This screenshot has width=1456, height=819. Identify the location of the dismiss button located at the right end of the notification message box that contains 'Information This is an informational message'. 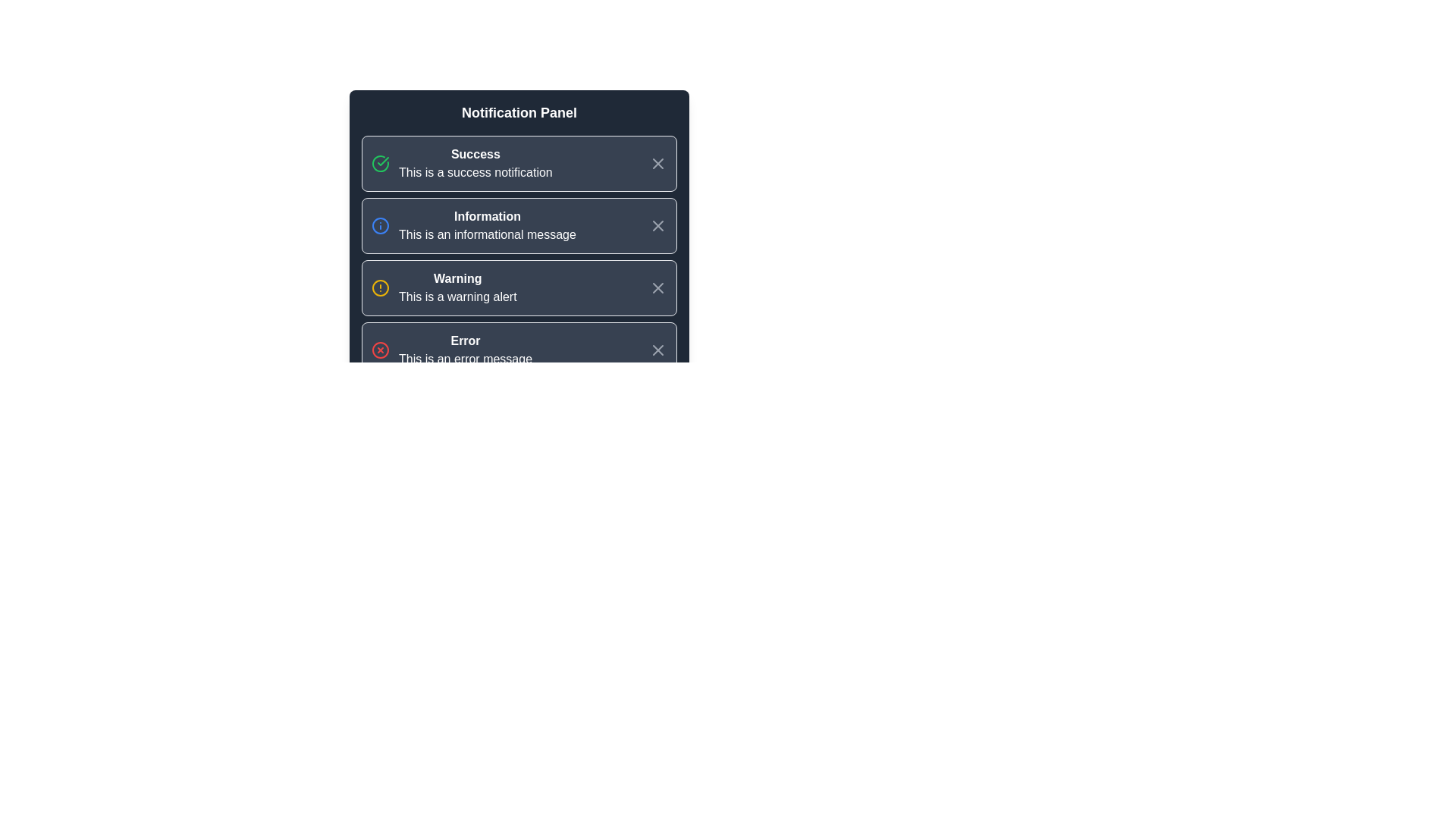
(658, 225).